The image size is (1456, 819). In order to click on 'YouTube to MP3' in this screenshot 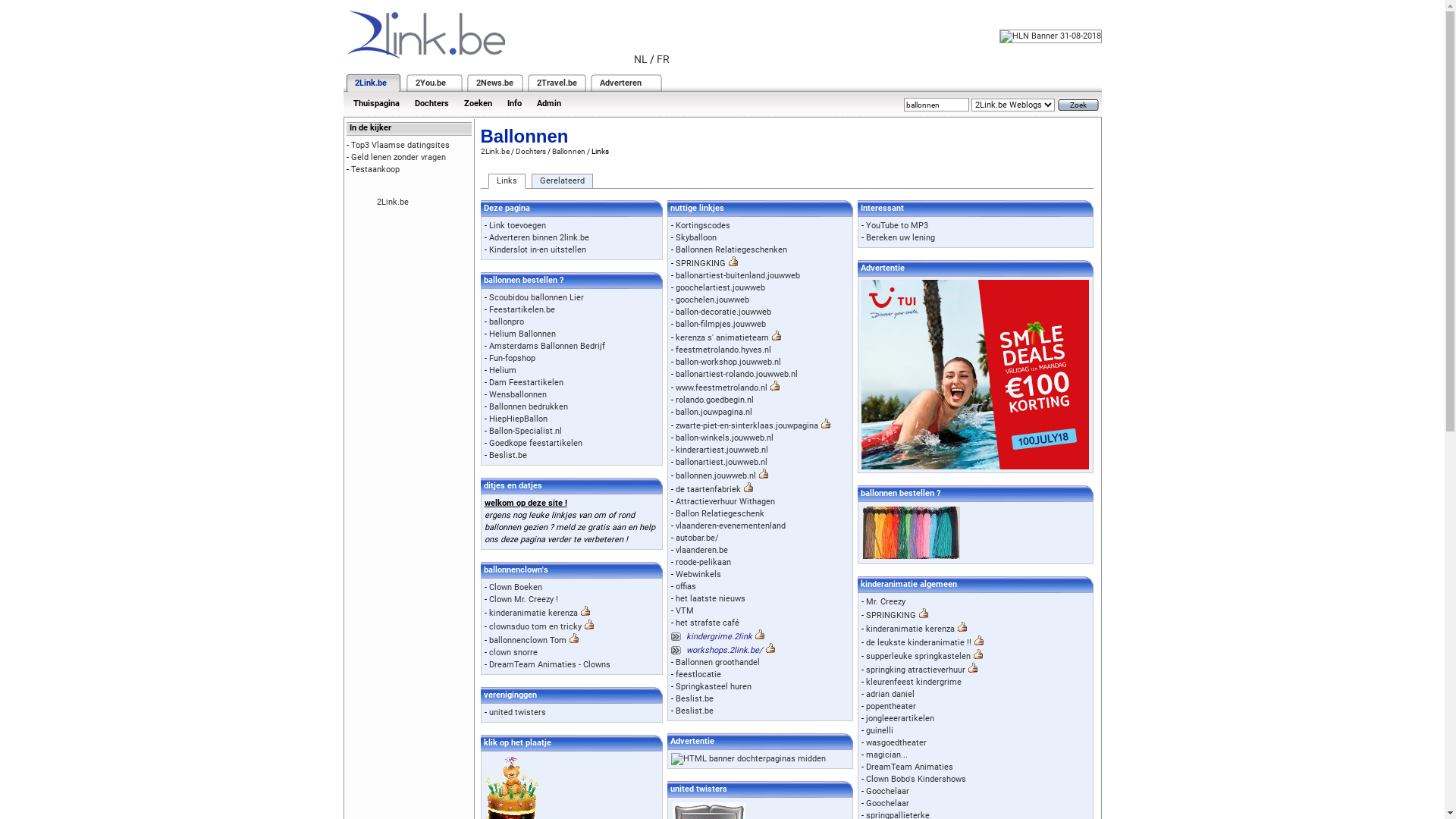, I will do `click(896, 225)`.